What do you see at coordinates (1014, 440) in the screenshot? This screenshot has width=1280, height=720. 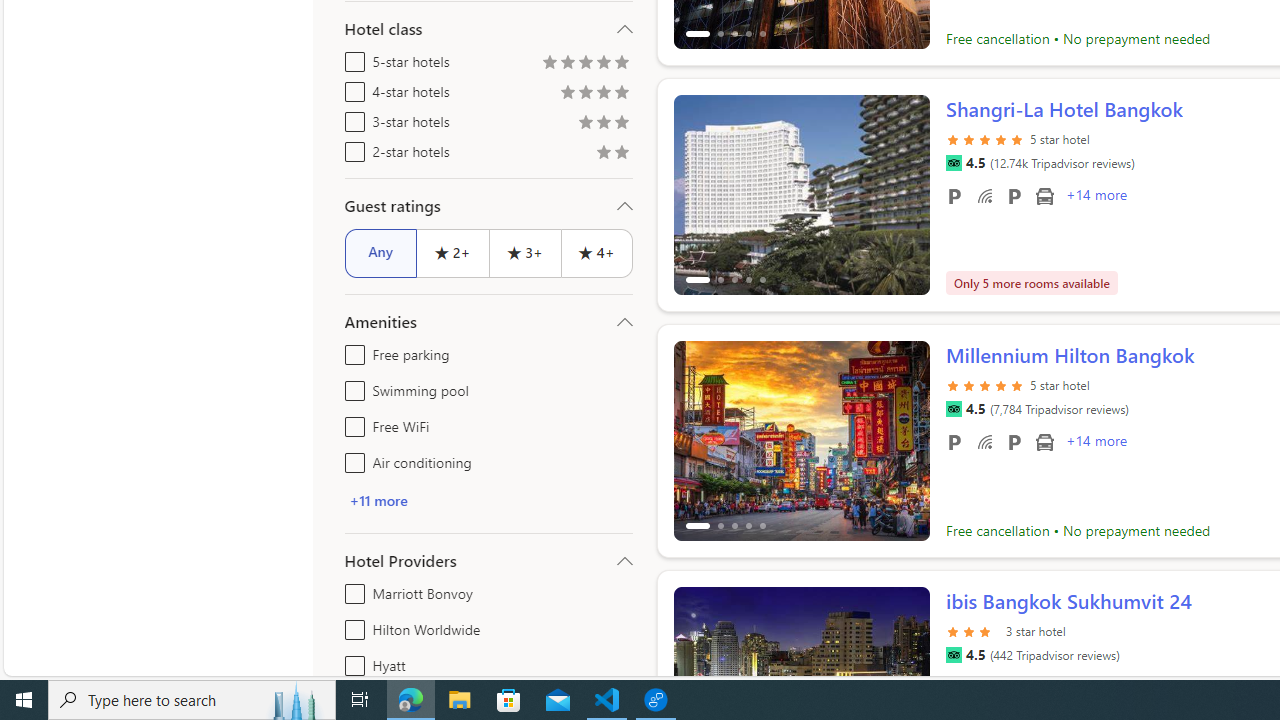 I see `'Valet parking'` at bounding box center [1014, 440].